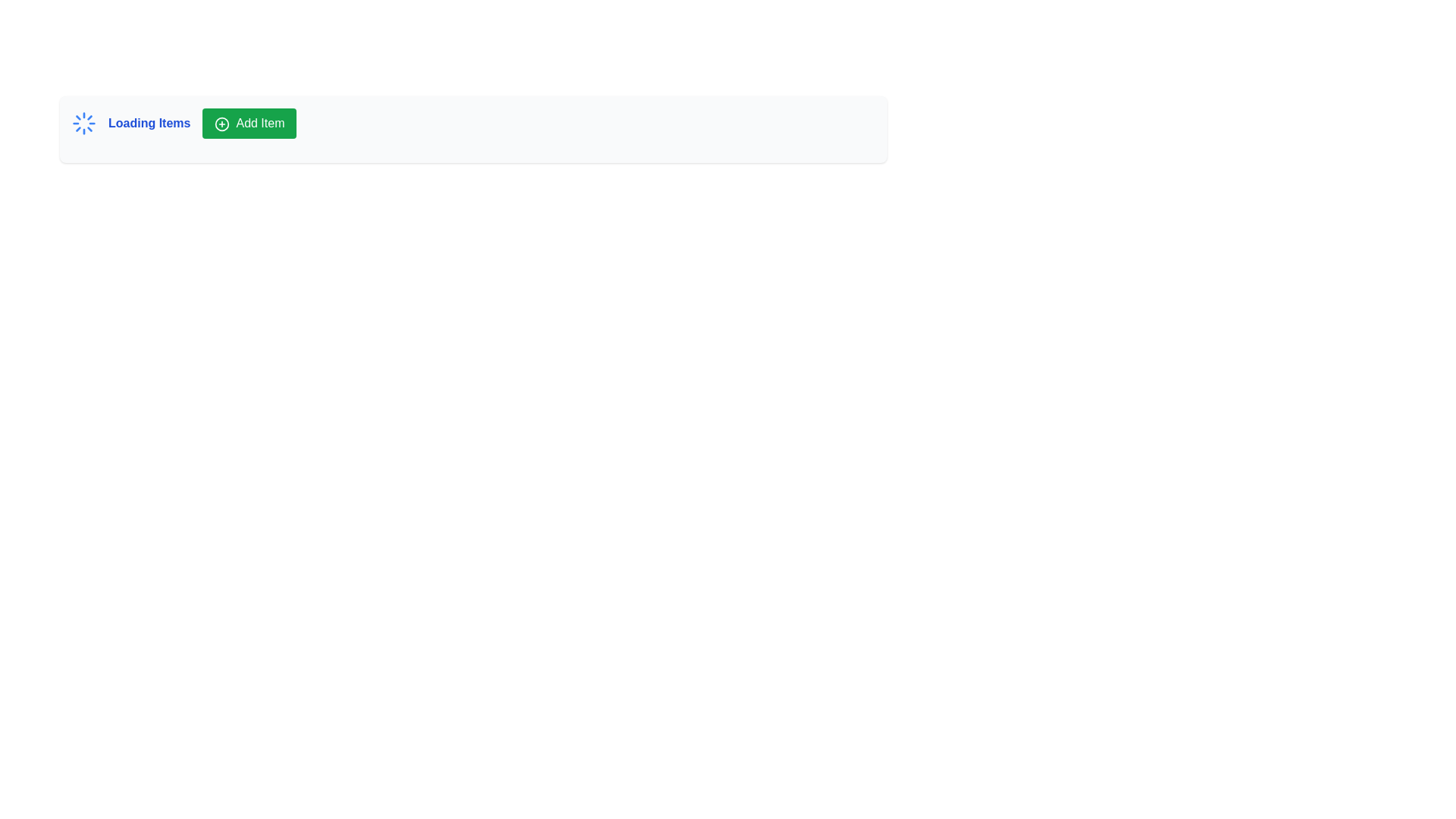 This screenshot has width=1456, height=819. What do you see at coordinates (221, 123) in the screenshot?
I see `the green 'Add Item' button's plus icon, which is represented by a circular outline with a vertical and horizontal line crossing at its center` at bounding box center [221, 123].